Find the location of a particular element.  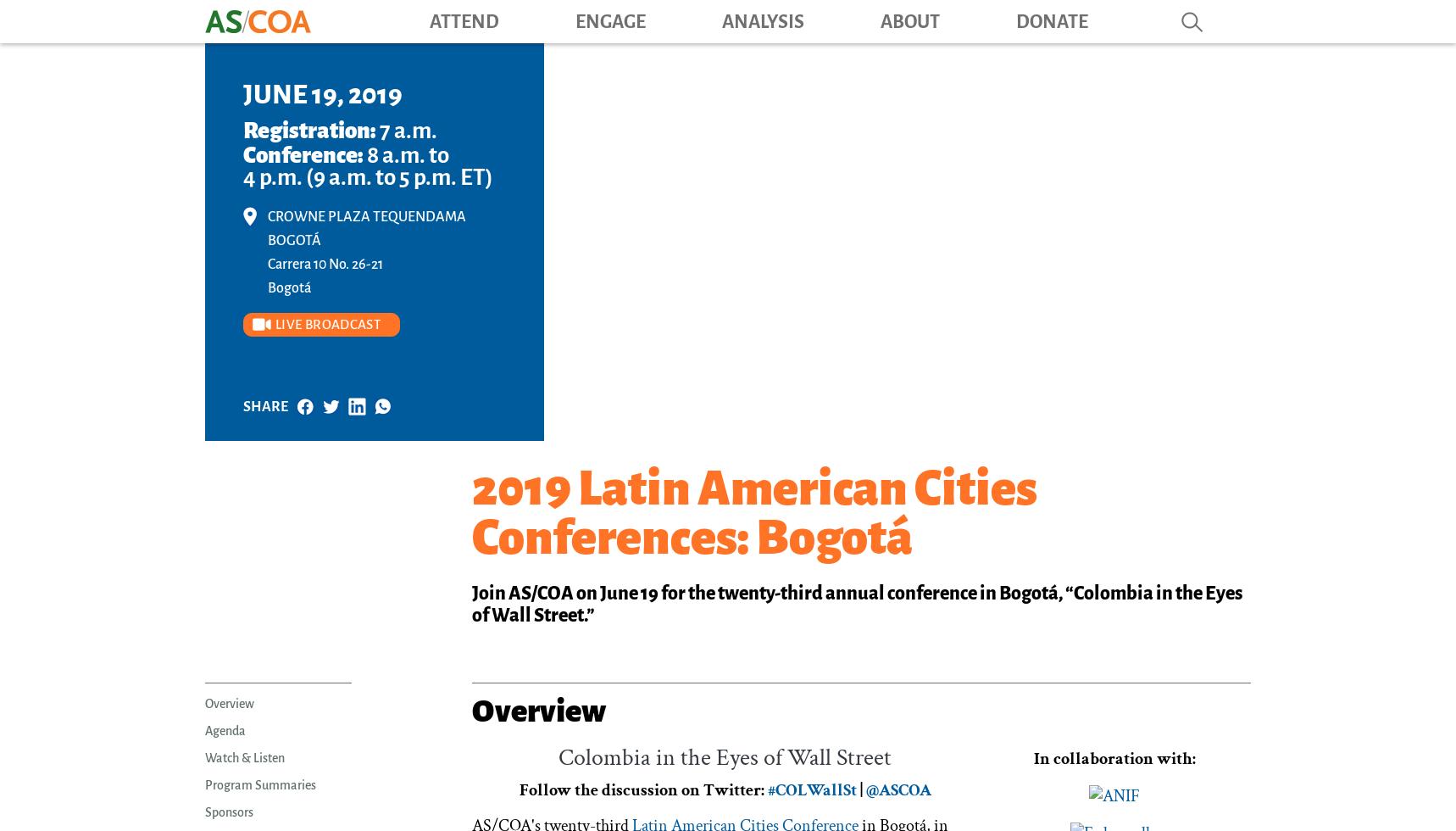

'Engage' is located at coordinates (609, 20).